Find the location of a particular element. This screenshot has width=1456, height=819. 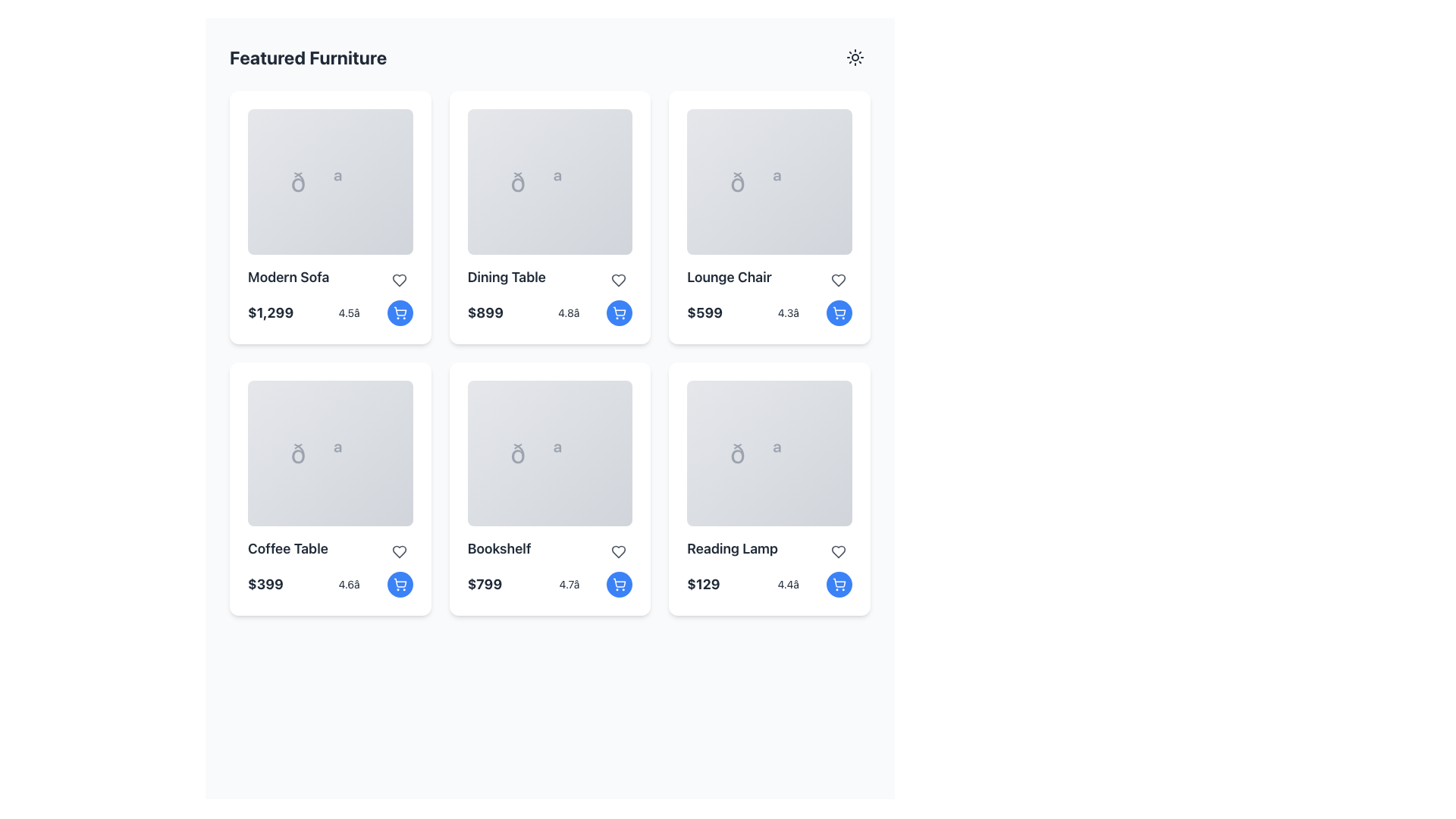

the first product card in the grid layout that displays information about a furniture item for sale is located at coordinates (329, 217).